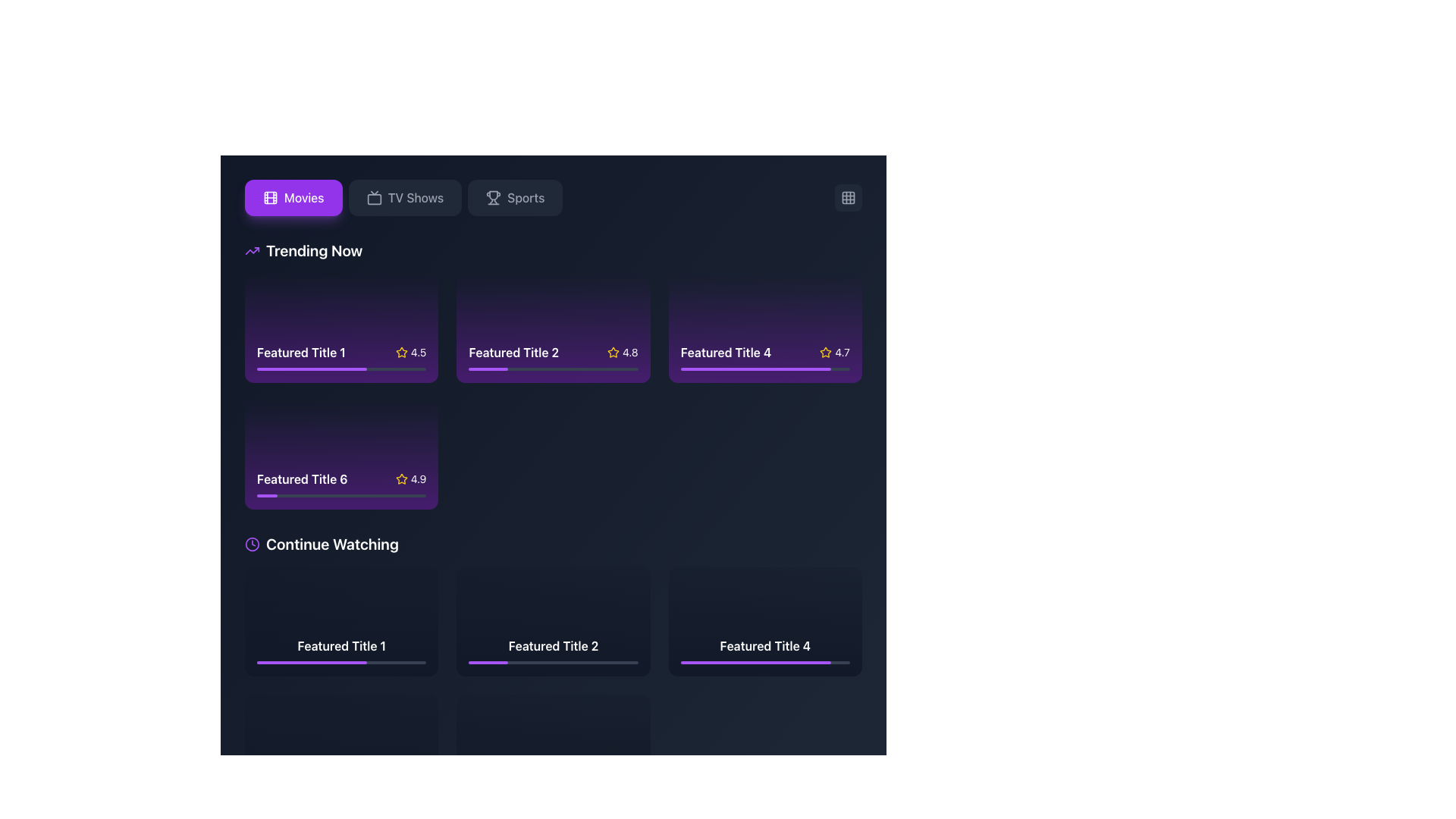  Describe the element at coordinates (340, 327) in the screenshot. I see `the purple rectangular Content Card titled 'Featured Title 1' located` at that location.